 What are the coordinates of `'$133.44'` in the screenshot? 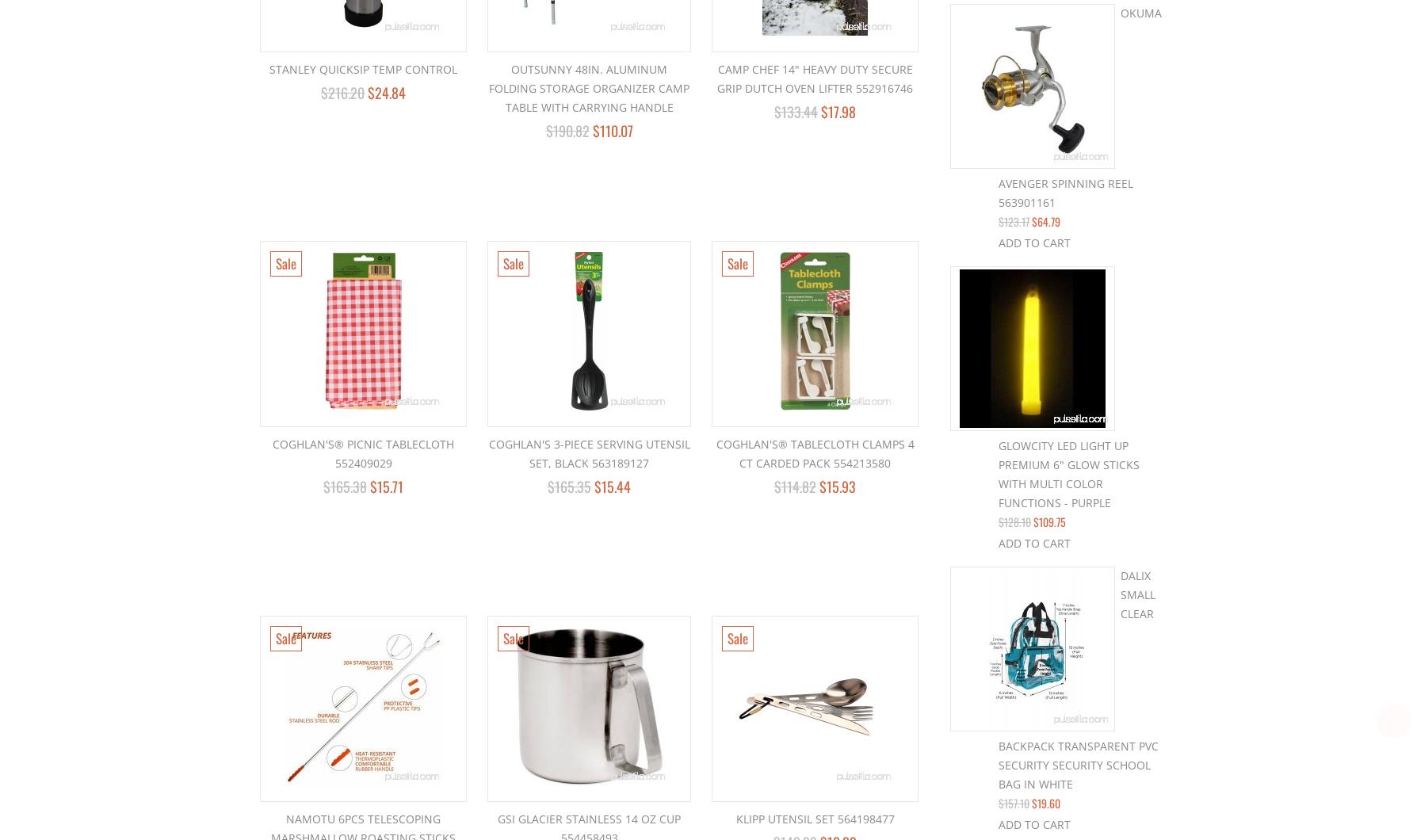 It's located at (796, 110).